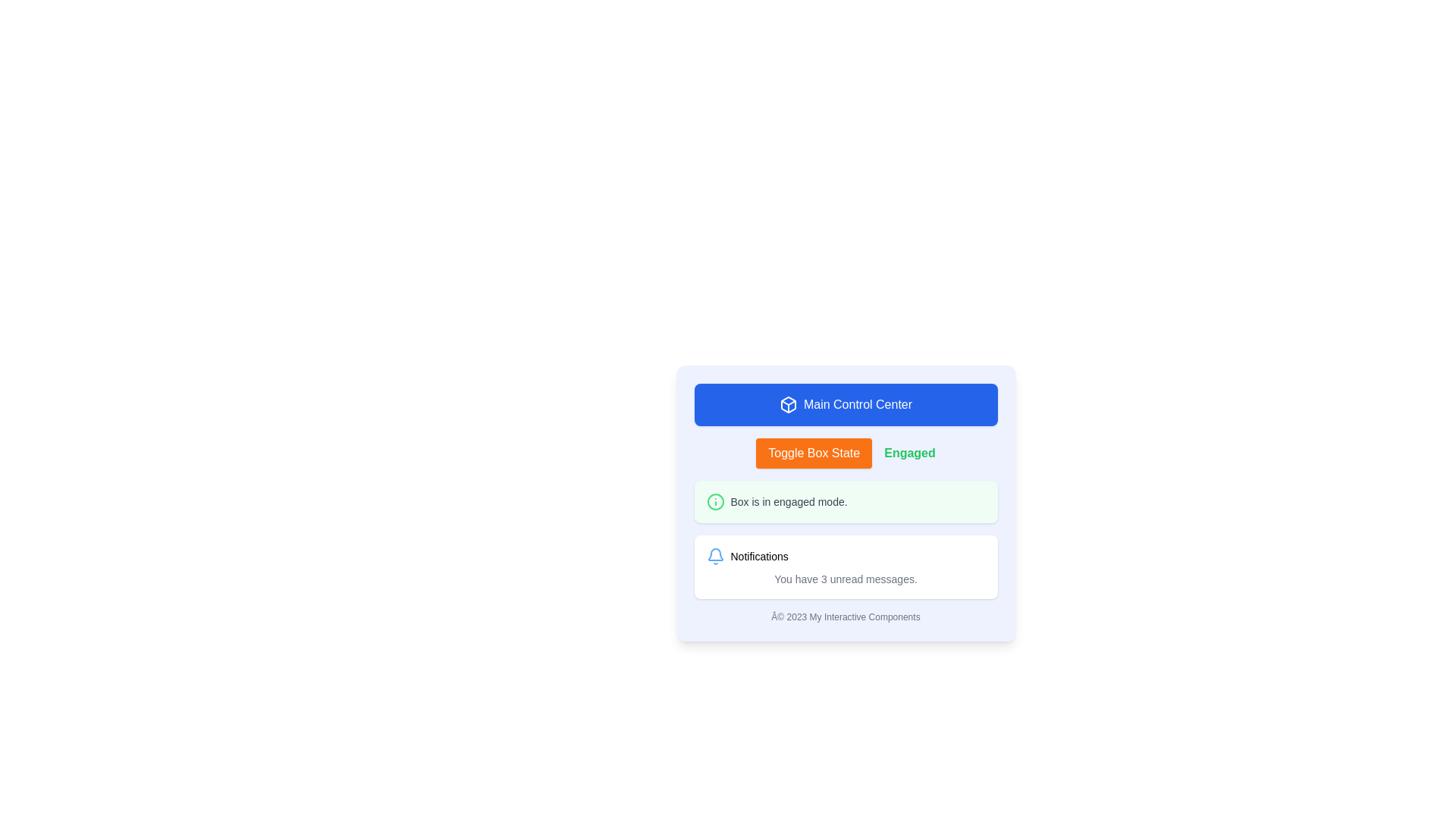 The image size is (1456, 819). Describe the element at coordinates (910, 452) in the screenshot. I see `the static text label indicating 'Engaged', which is located to the right of the 'Toggle Box State' button and centered vertically within the panel` at that location.